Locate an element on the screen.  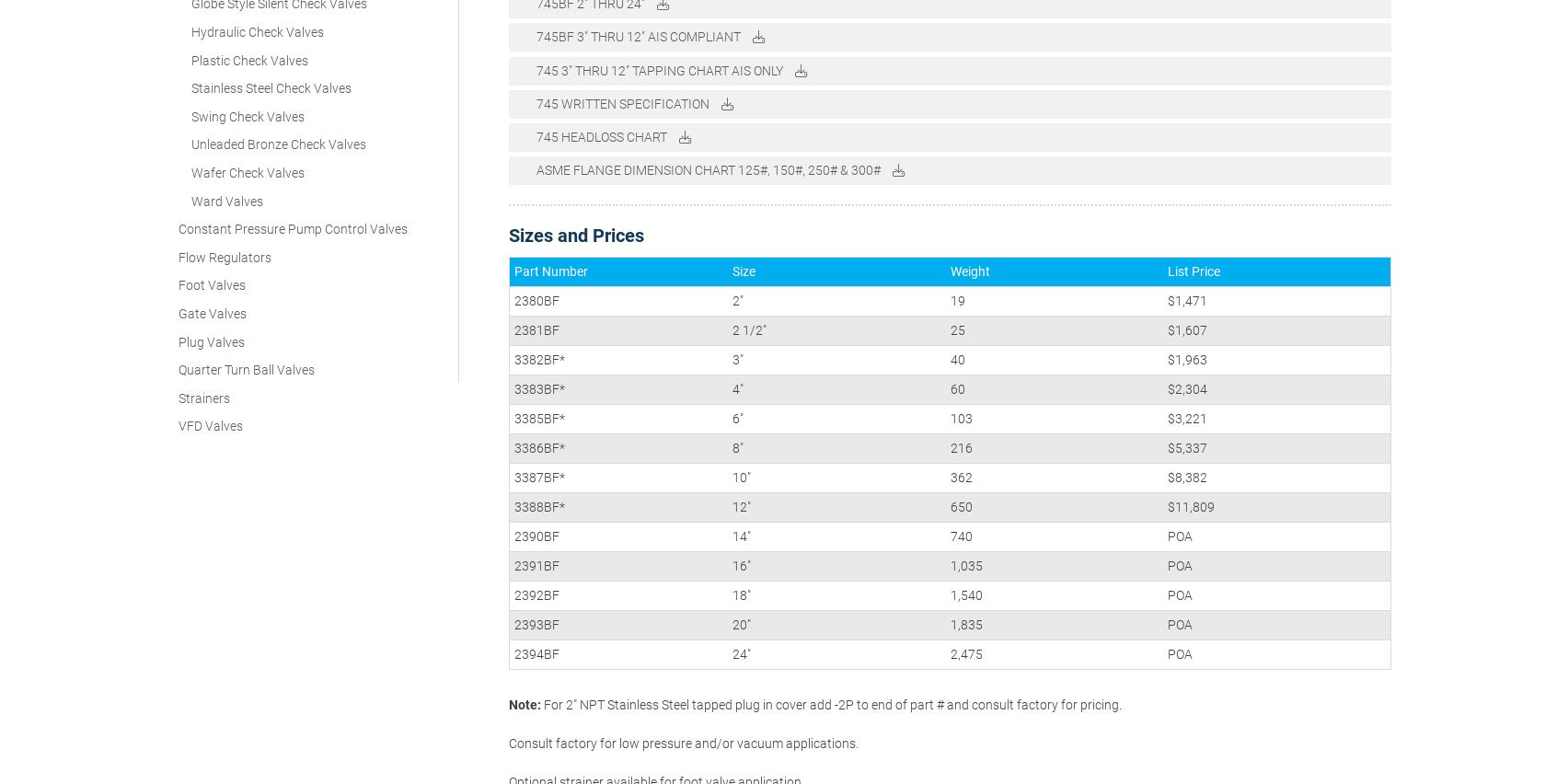
'Corporate Social Responsibility' is located at coordinates (874, 645).